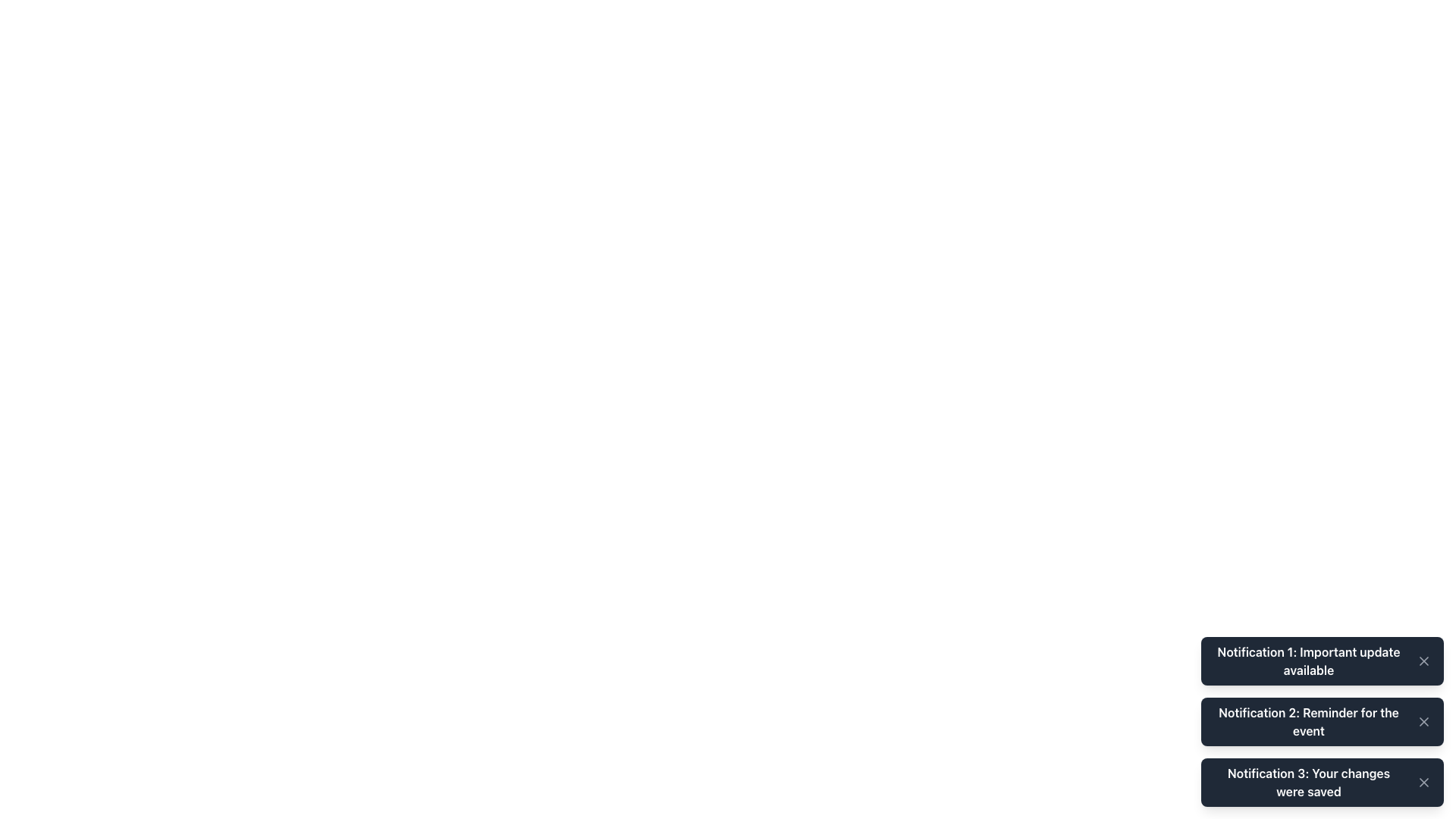  I want to click on the gray 'X' icon in the top-right corner of the second notification card, so click(1423, 721).